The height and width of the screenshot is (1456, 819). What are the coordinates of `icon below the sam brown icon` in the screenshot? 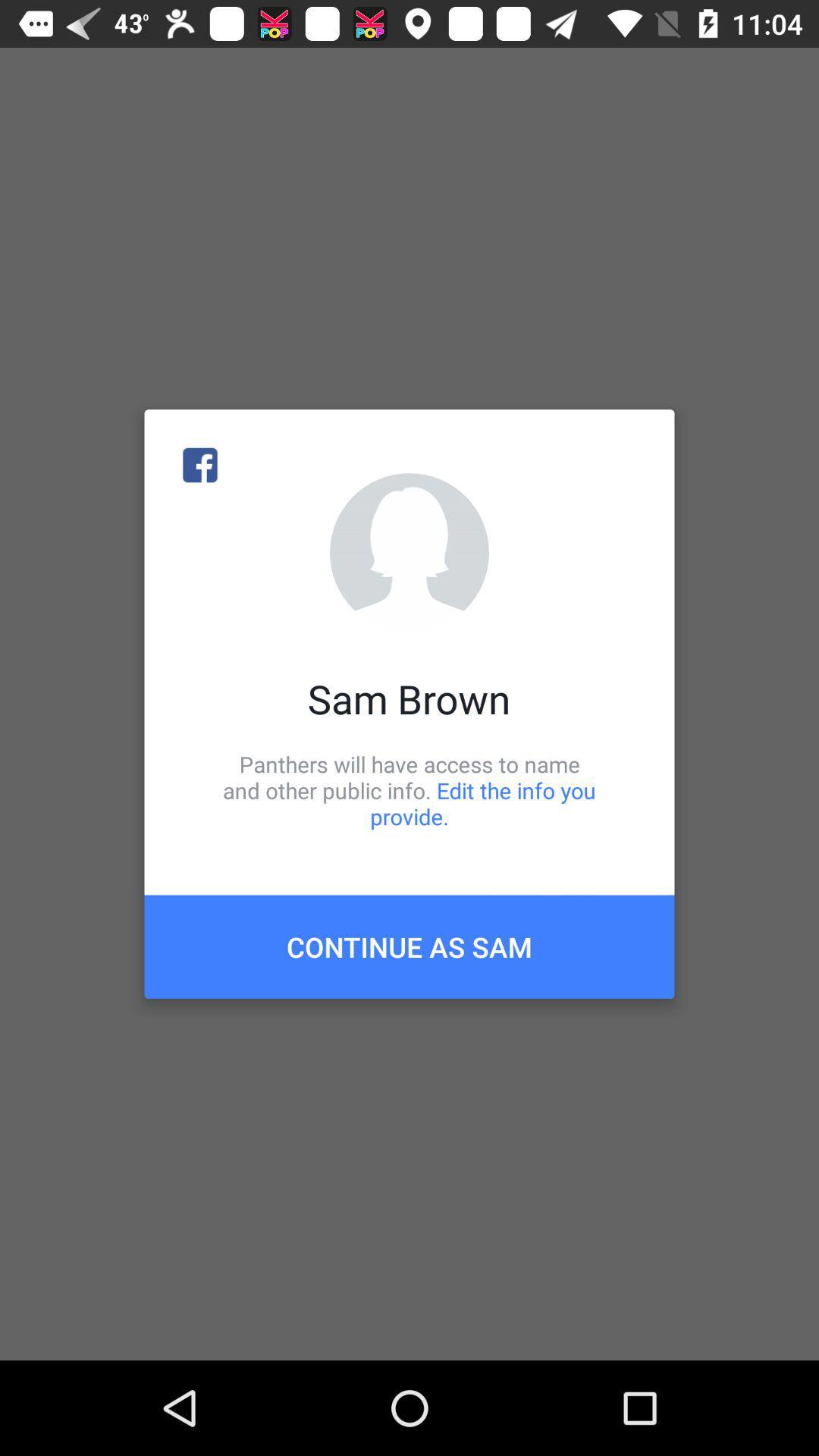 It's located at (409, 789).